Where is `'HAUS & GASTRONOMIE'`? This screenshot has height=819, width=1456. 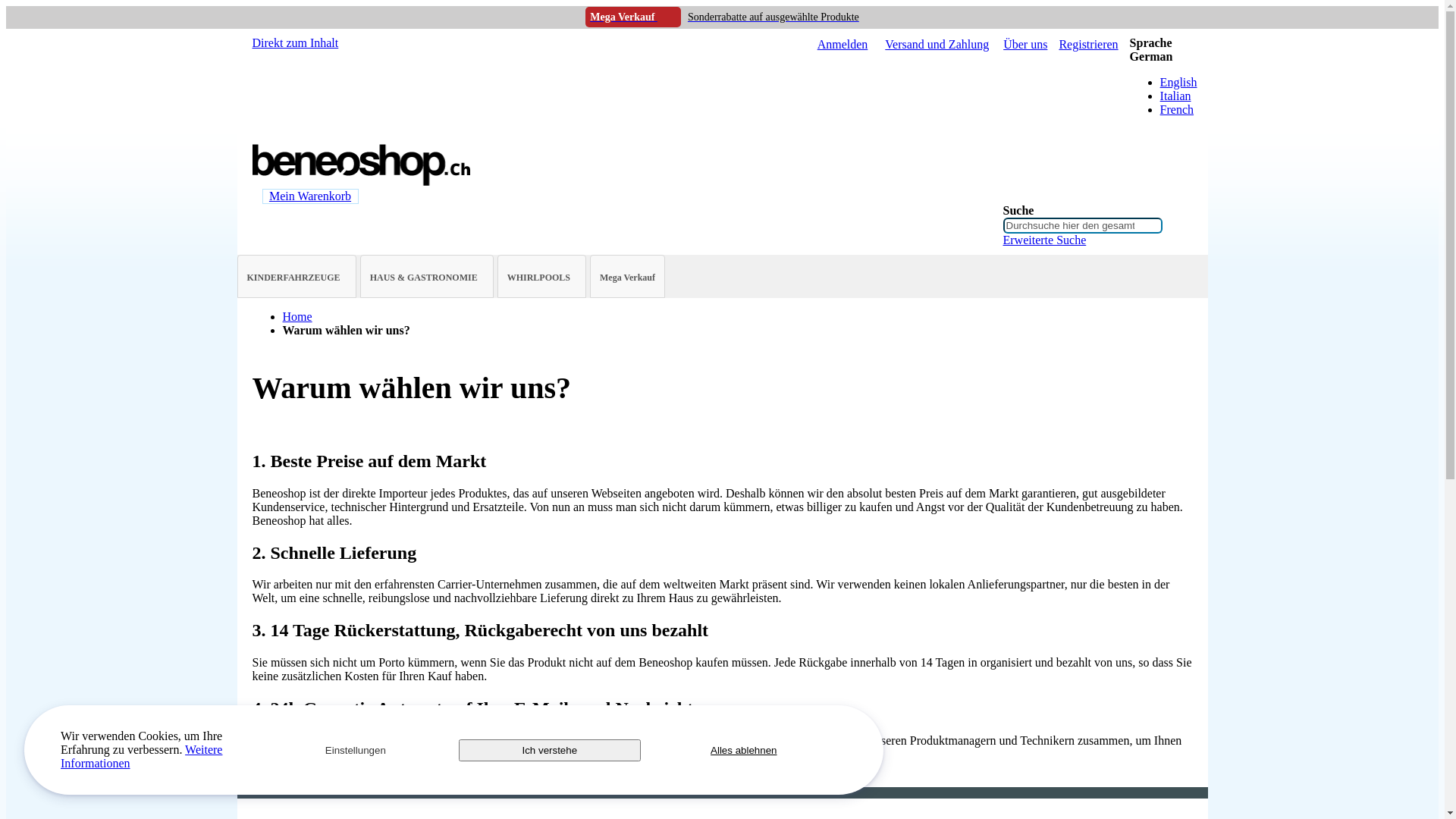 'HAUS & GASTRONOMIE' is located at coordinates (425, 278).